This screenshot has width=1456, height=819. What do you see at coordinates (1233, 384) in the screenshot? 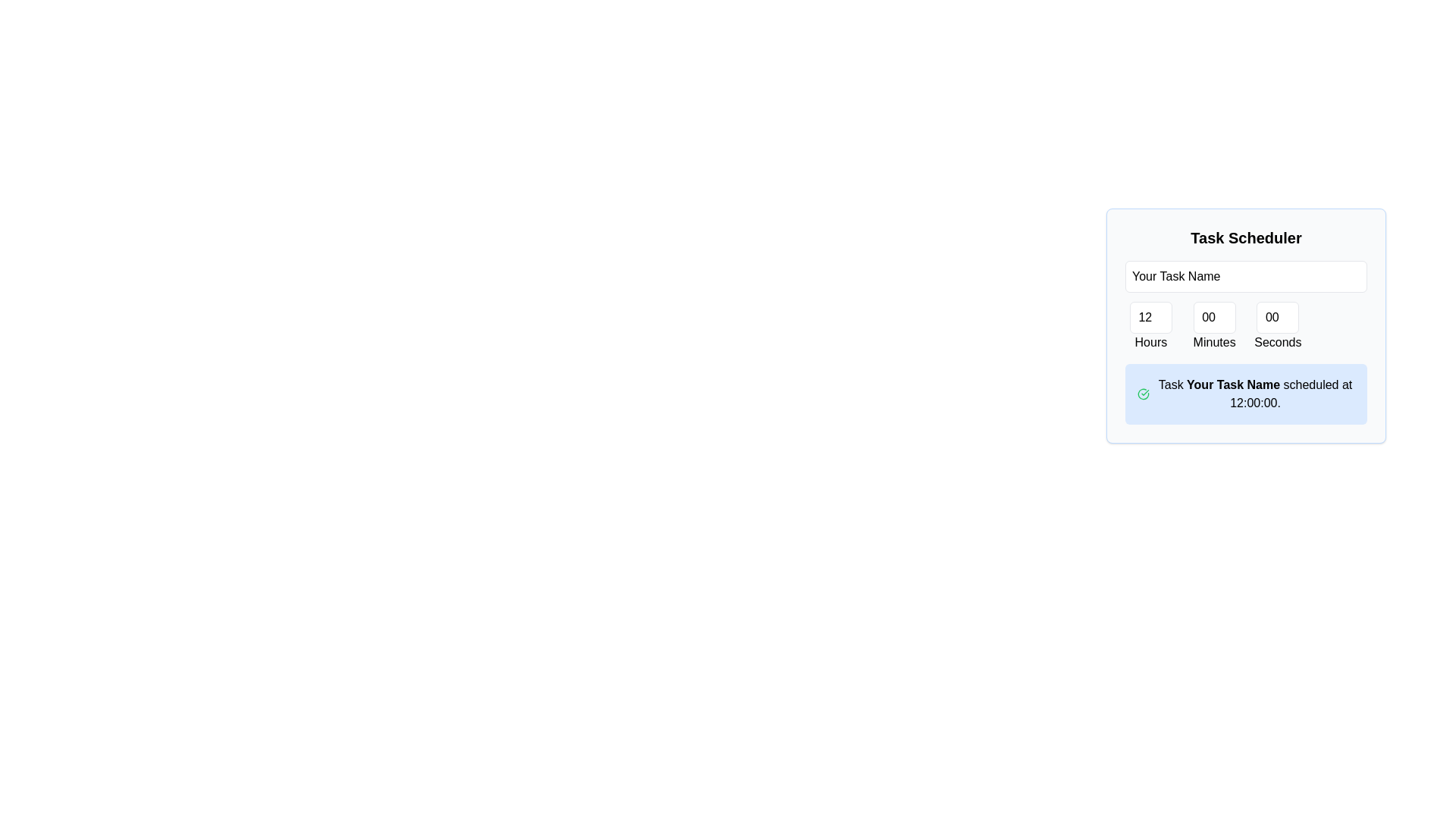
I see `the static text label displaying 'Your Task Name' within the notification sentence in the task scheduler interface` at bounding box center [1233, 384].